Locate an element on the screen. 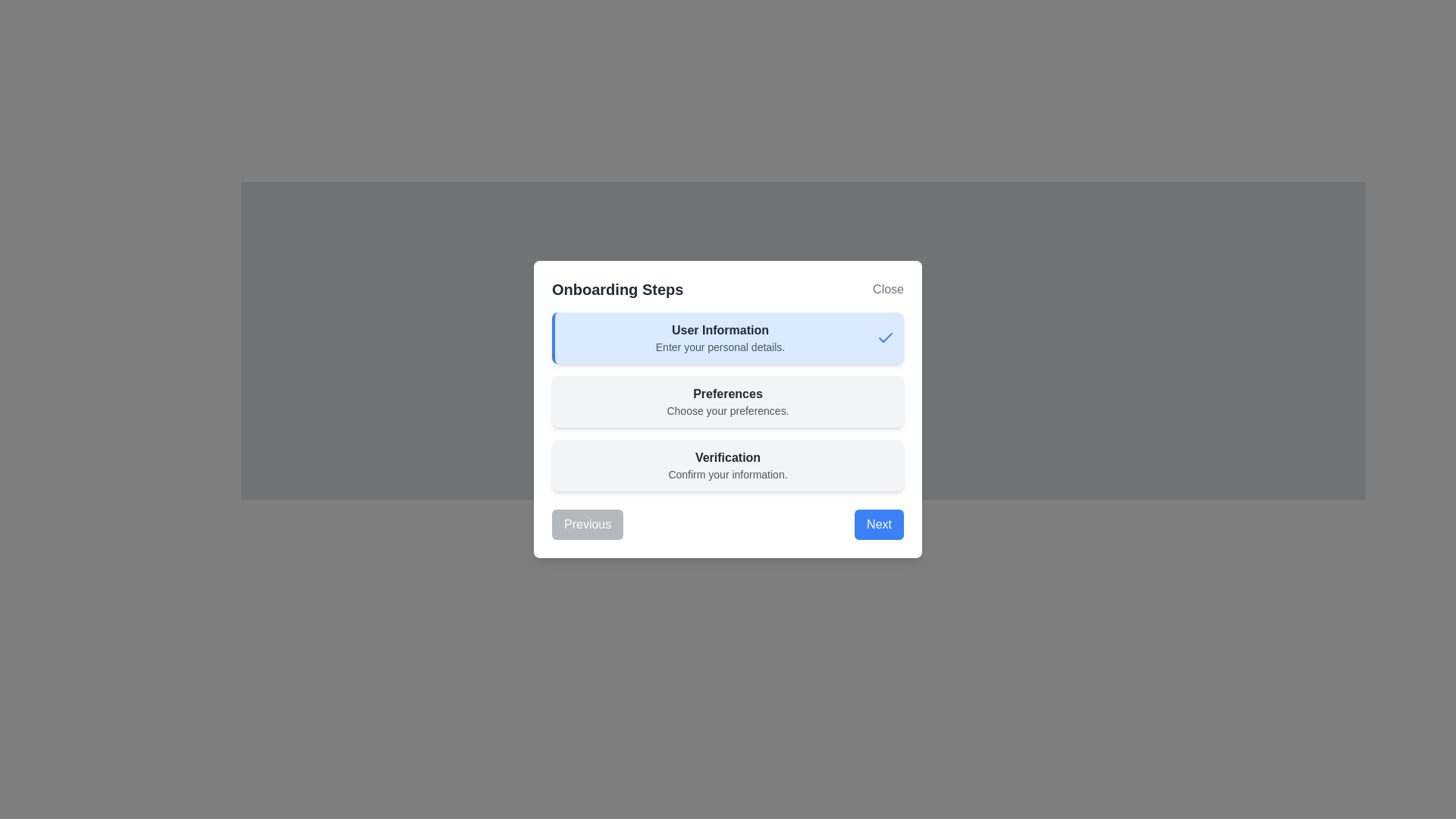 The image size is (1456, 819). the middle Informational card in the onboarding process is located at coordinates (728, 426).